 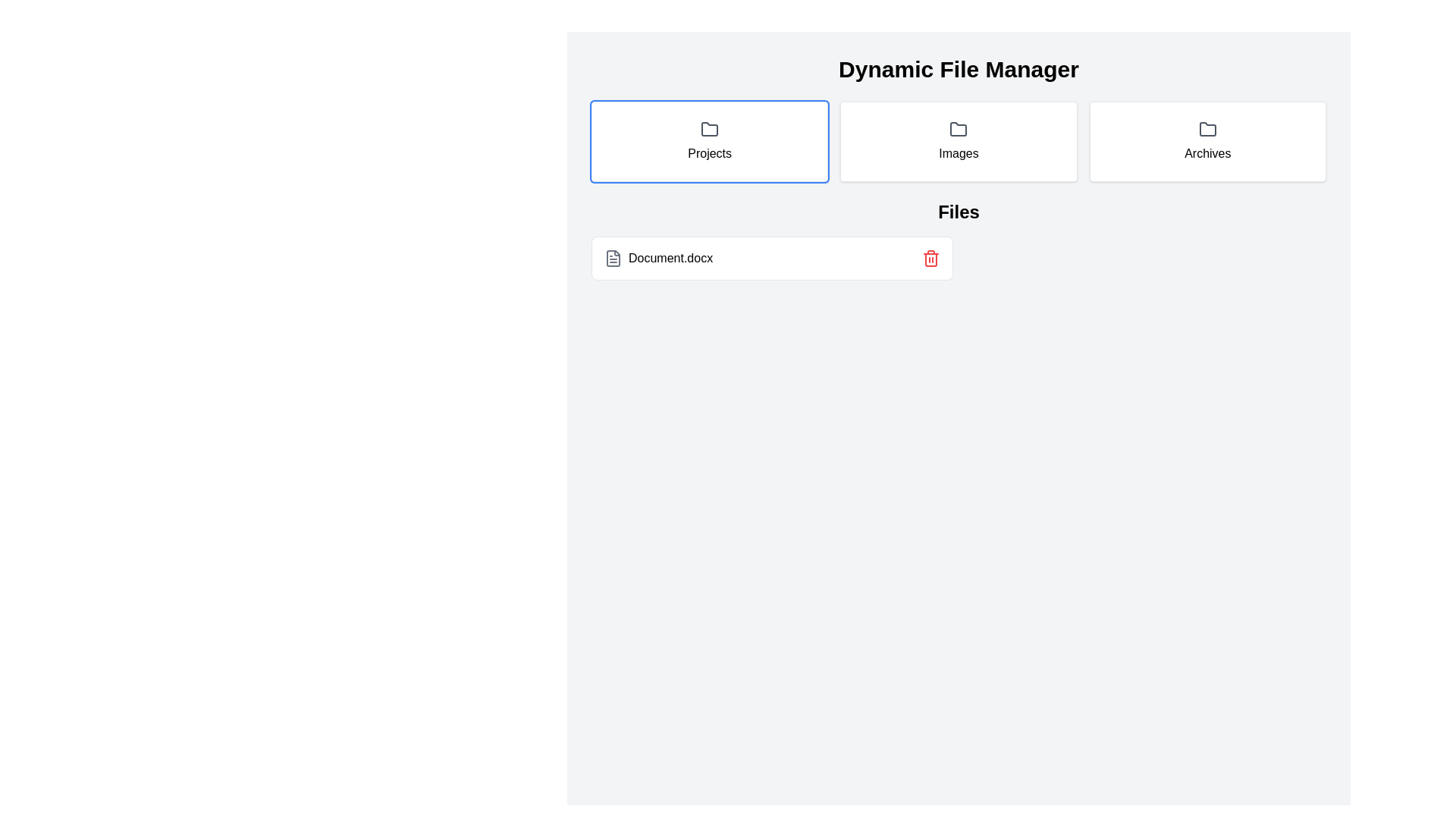 What do you see at coordinates (613, 257) in the screenshot?
I see `the document file icon located to the left of the text label 'Document.docx' in the file entry row` at bounding box center [613, 257].